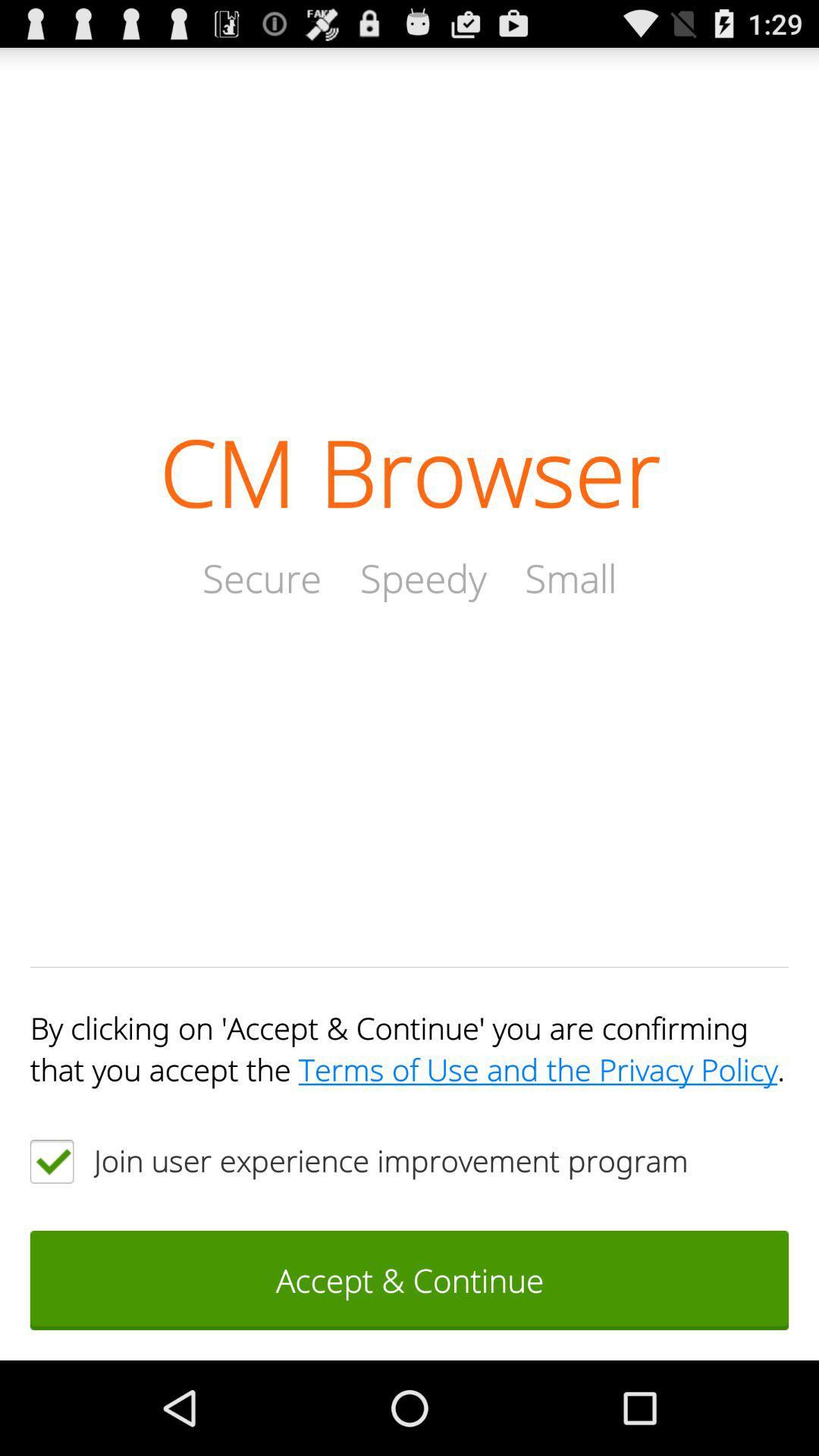  Describe the element at coordinates (51, 1160) in the screenshot. I see `do not sign up for user experience improvement program` at that location.